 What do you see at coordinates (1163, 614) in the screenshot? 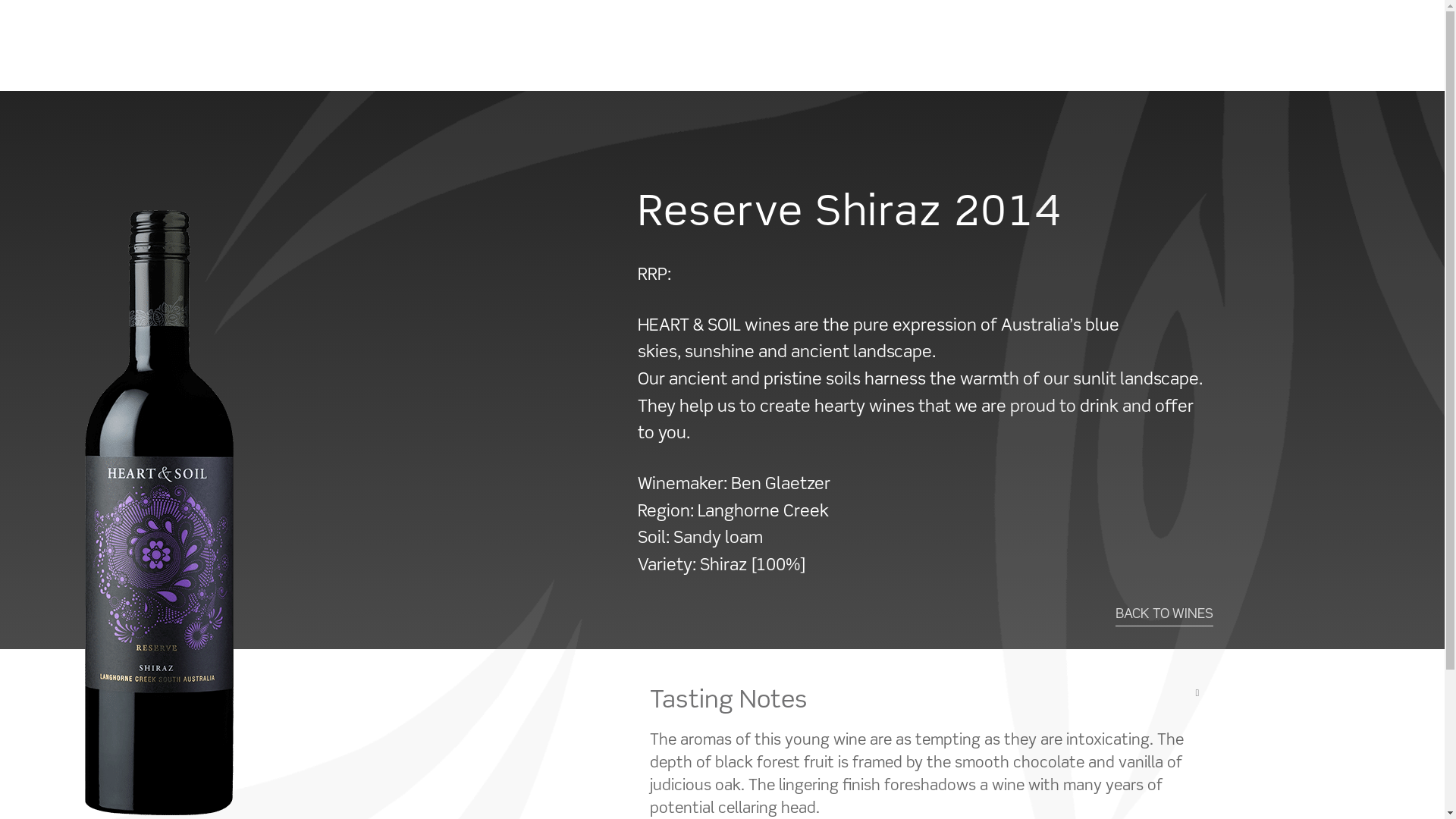
I see `'BACK TO WINES'` at bounding box center [1163, 614].